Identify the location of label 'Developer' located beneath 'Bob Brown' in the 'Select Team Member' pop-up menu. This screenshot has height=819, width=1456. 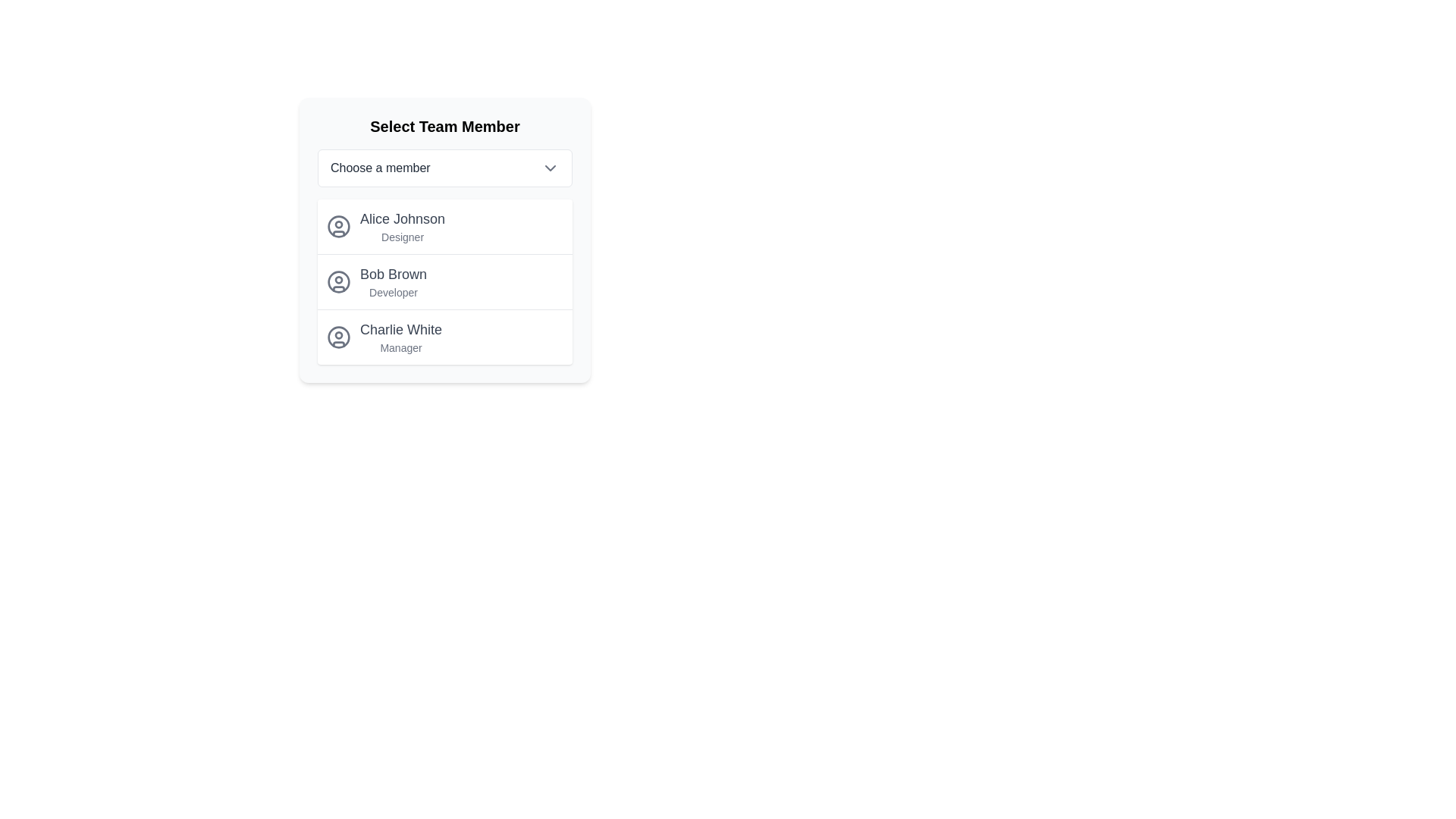
(393, 292).